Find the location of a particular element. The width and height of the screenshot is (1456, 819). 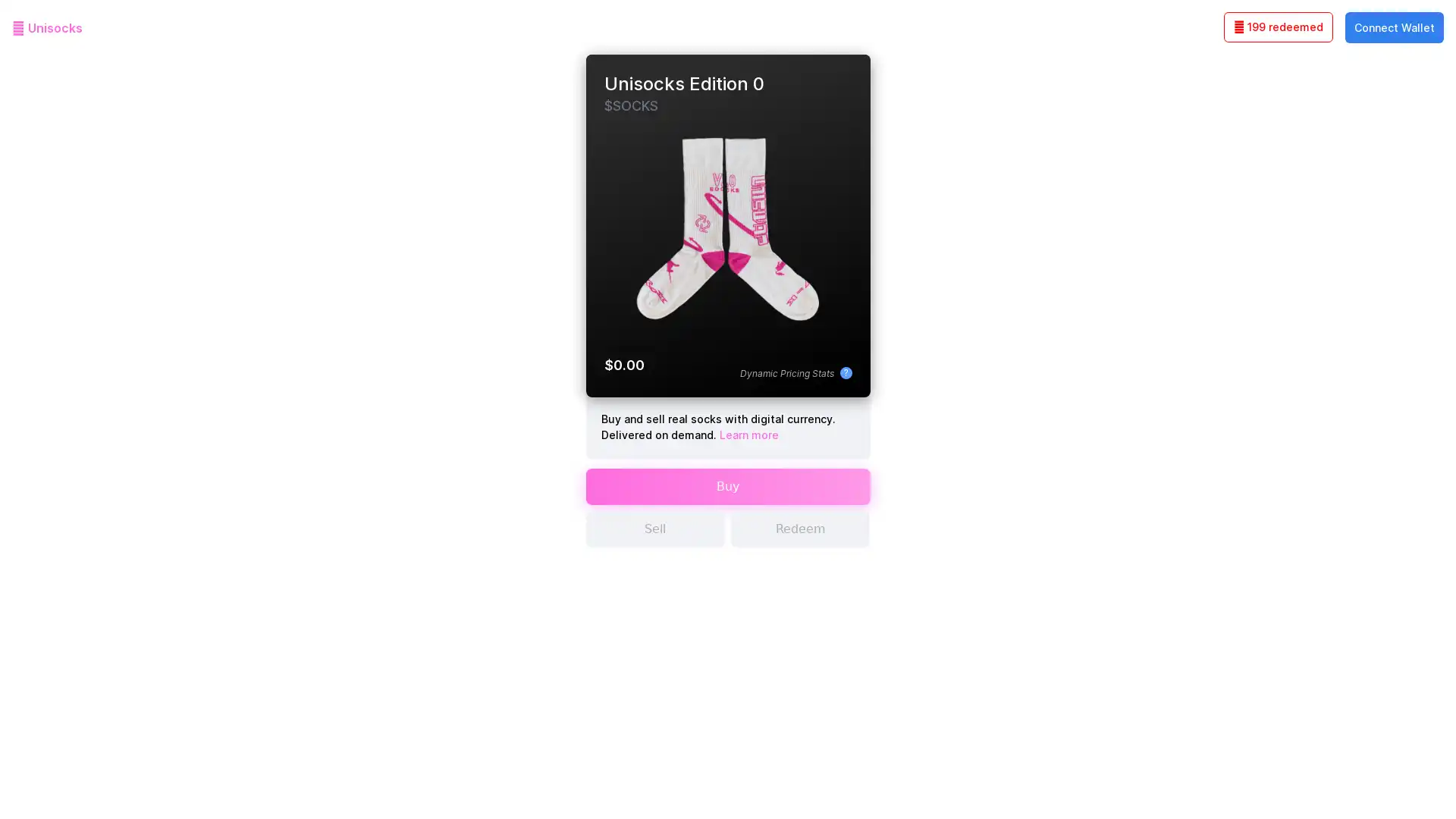

Buy is located at coordinates (726, 497).